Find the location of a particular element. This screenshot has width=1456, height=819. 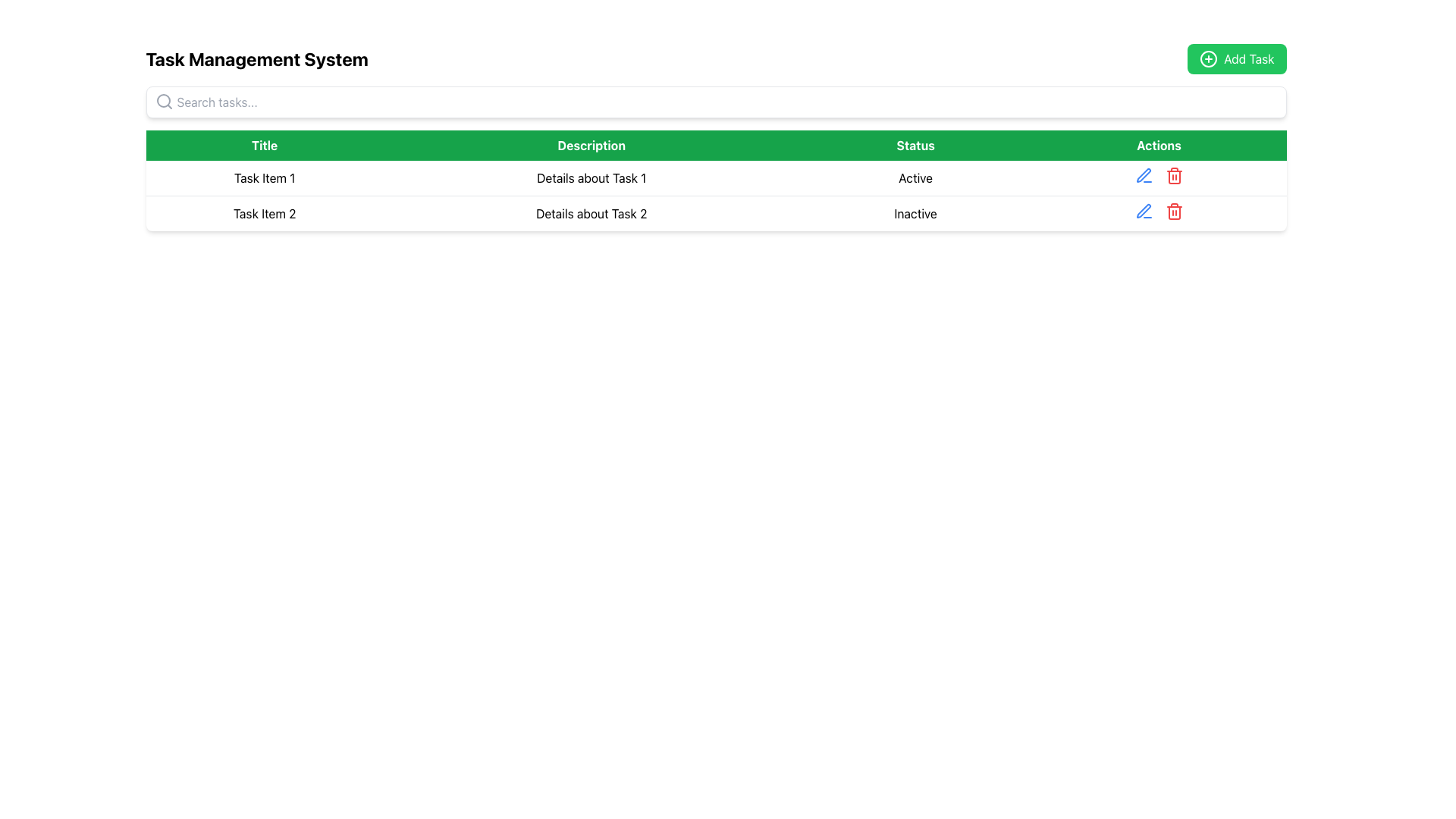

the edit icon button located in the 'Actions' column for 'Task Item 2' to initiate editing is located at coordinates (1143, 174).